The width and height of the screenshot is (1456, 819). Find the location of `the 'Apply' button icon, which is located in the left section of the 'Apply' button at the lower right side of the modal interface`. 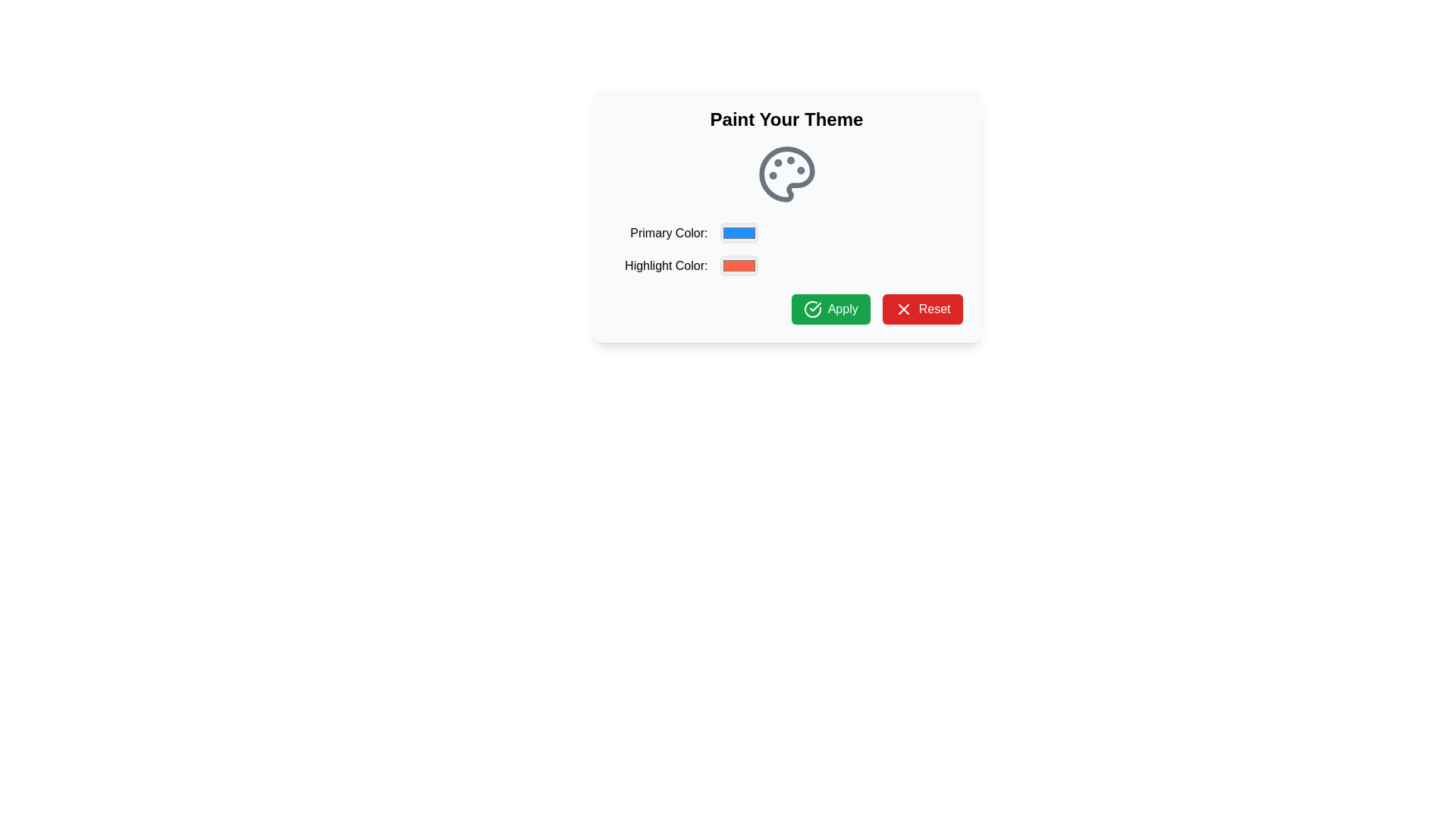

the 'Apply' button icon, which is located in the left section of the 'Apply' button at the lower right side of the modal interface is located at coordinates (811, 309).